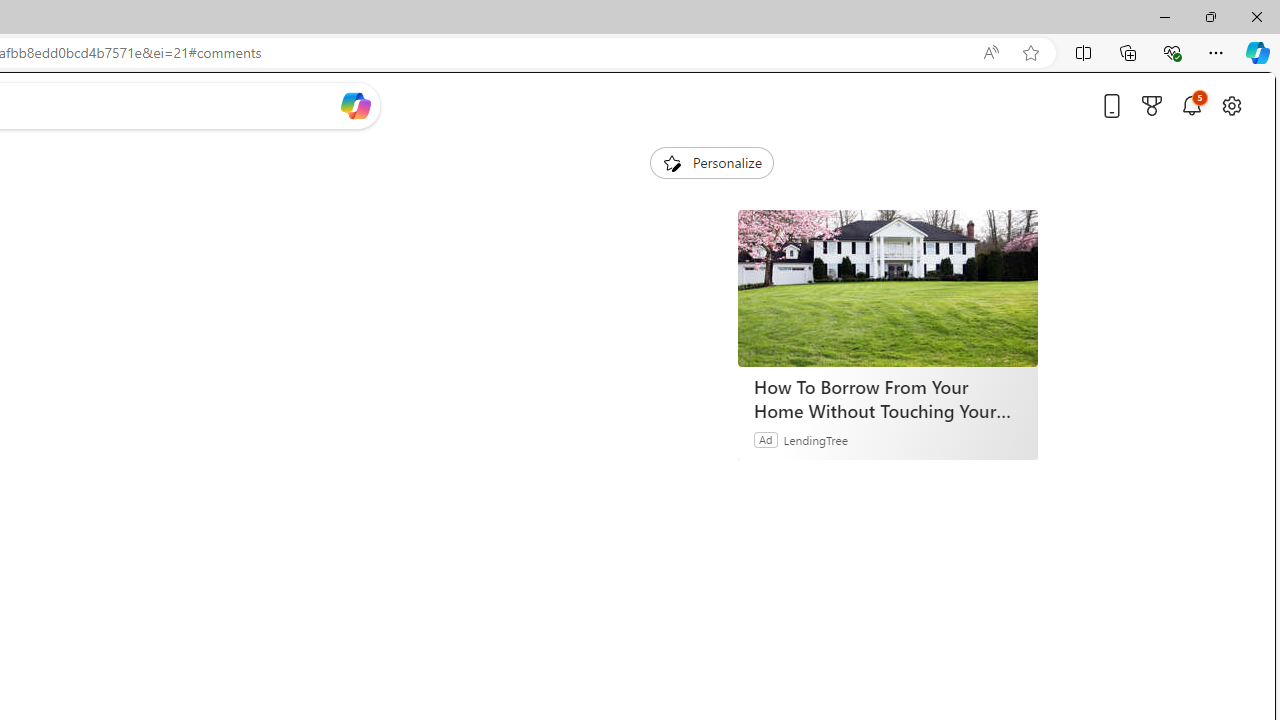  What do you see at coordinates (816, 438) in the screenshot?
I see `'LendingTree'` at bounding box center [816, 438].